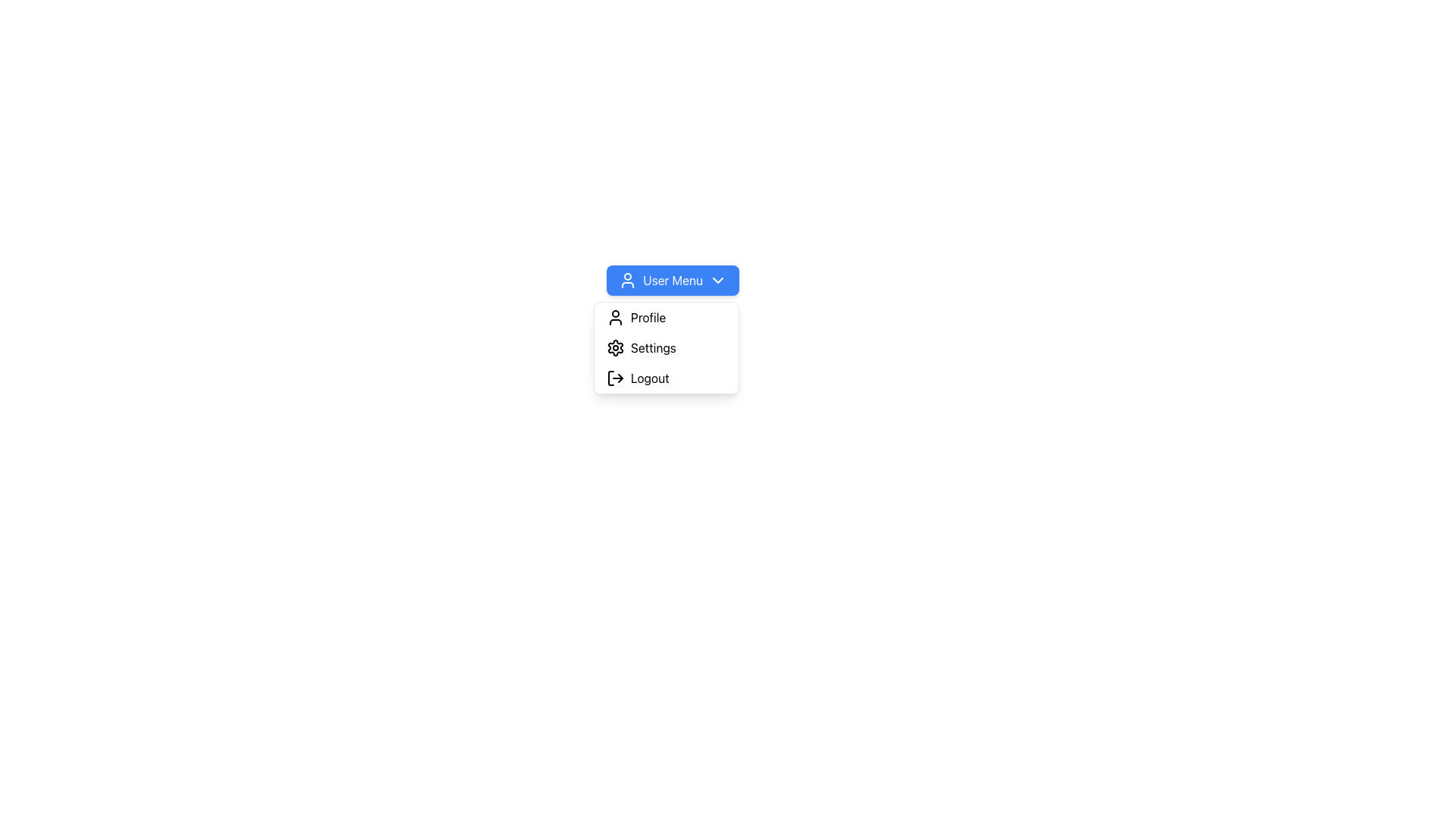 The height and width of the screenshot is (819, 1456). What do you see at coordinates (666, 348) in the screenshot?
I see `the settings button located in the dropdown menu under 'User Menu', positioned below 'Profile' and above 'Logout'` at bounding box center [666, 348].